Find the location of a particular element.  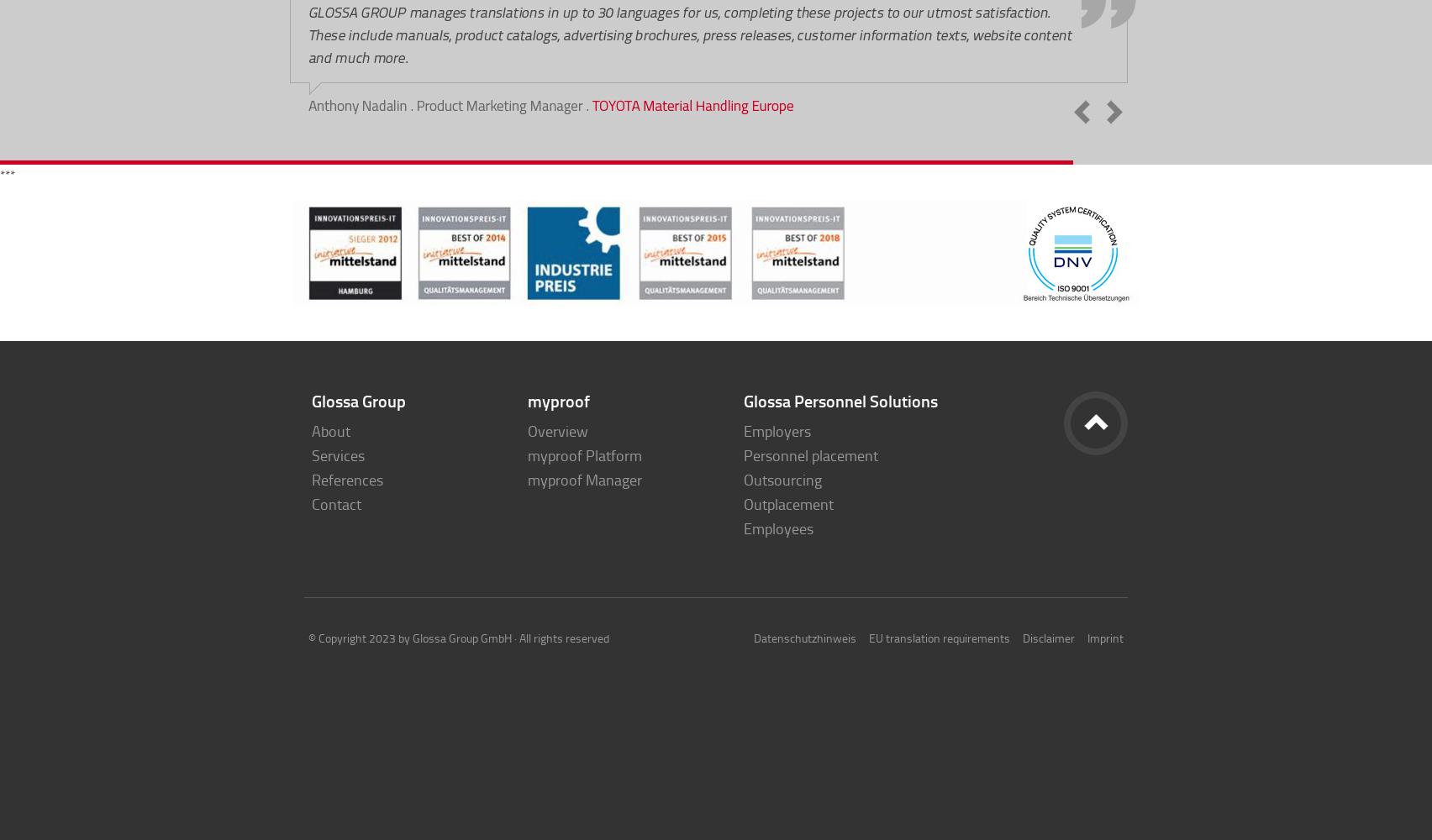

'Outsourcing' is located at coordinates (782, 479).